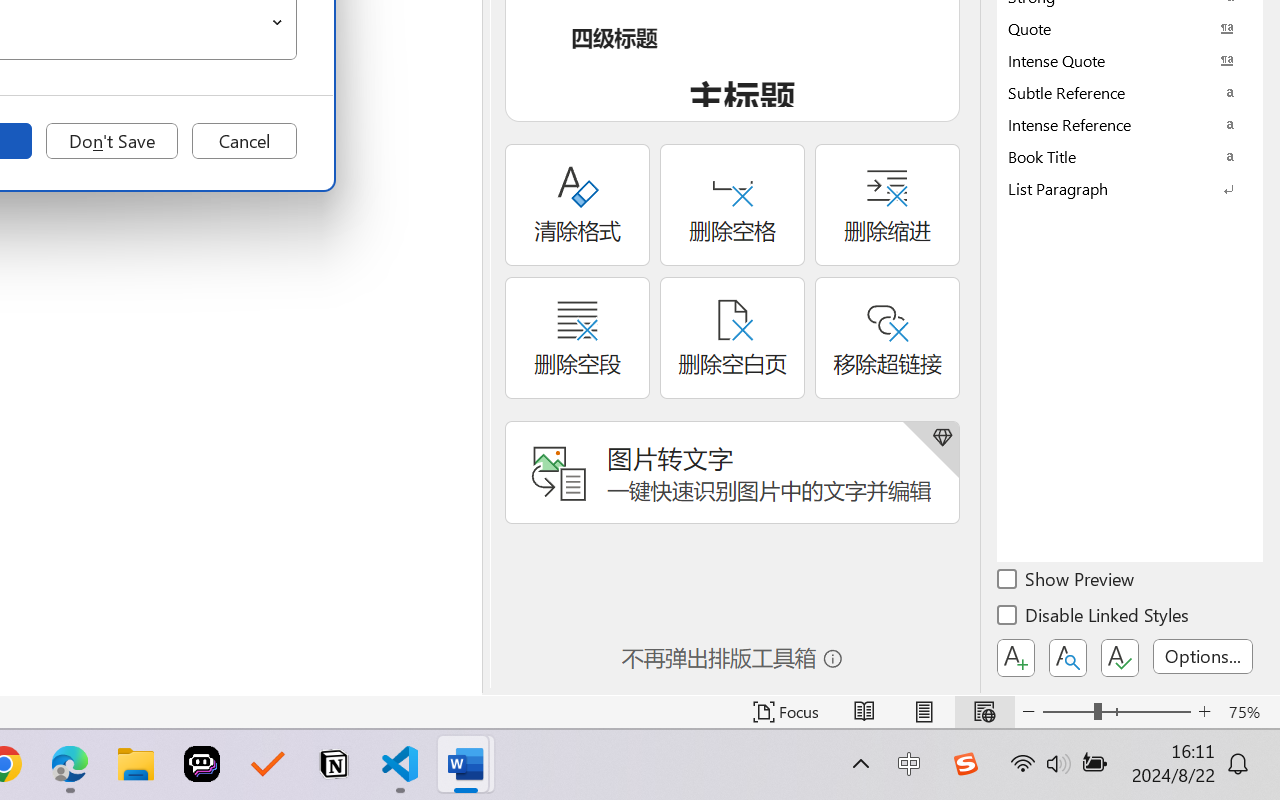  I want to click on 'Book Title', so click(1130, 156).